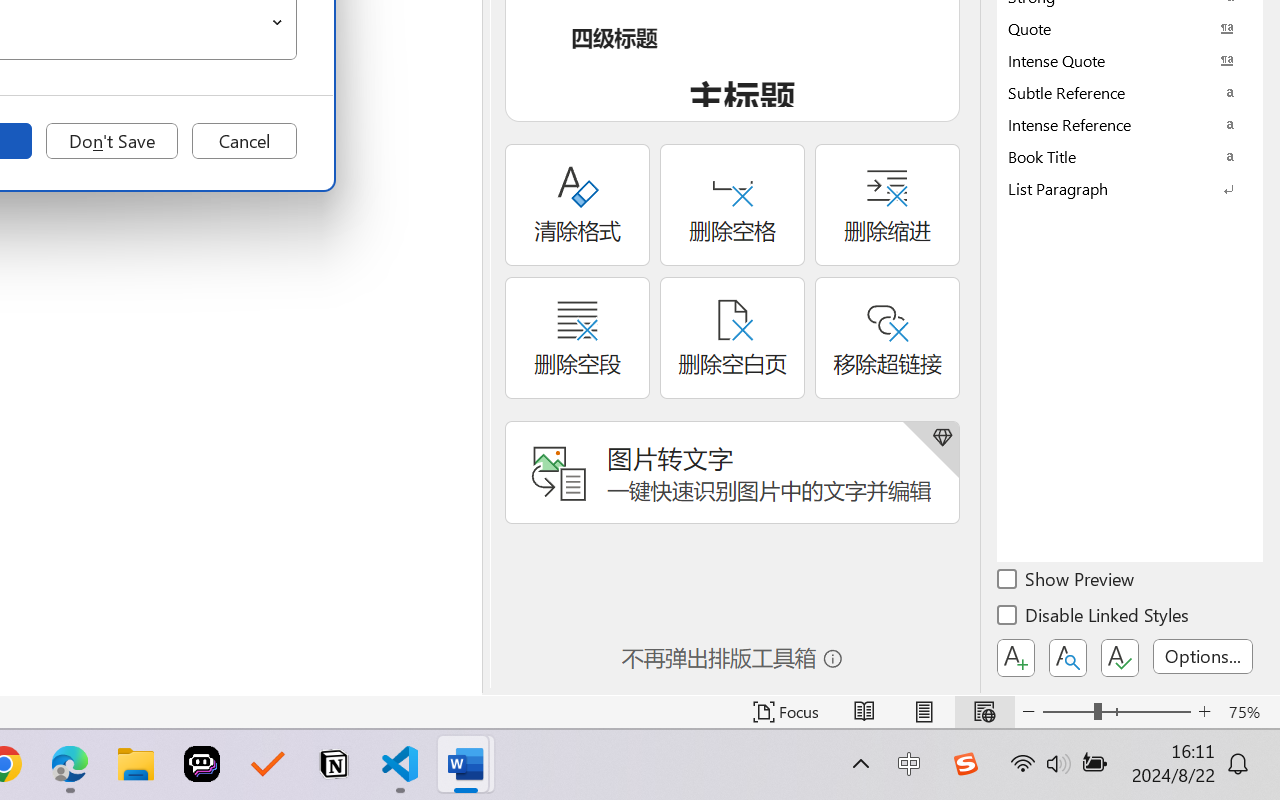  I want to click on 'Book Title', so click(1130, 156).